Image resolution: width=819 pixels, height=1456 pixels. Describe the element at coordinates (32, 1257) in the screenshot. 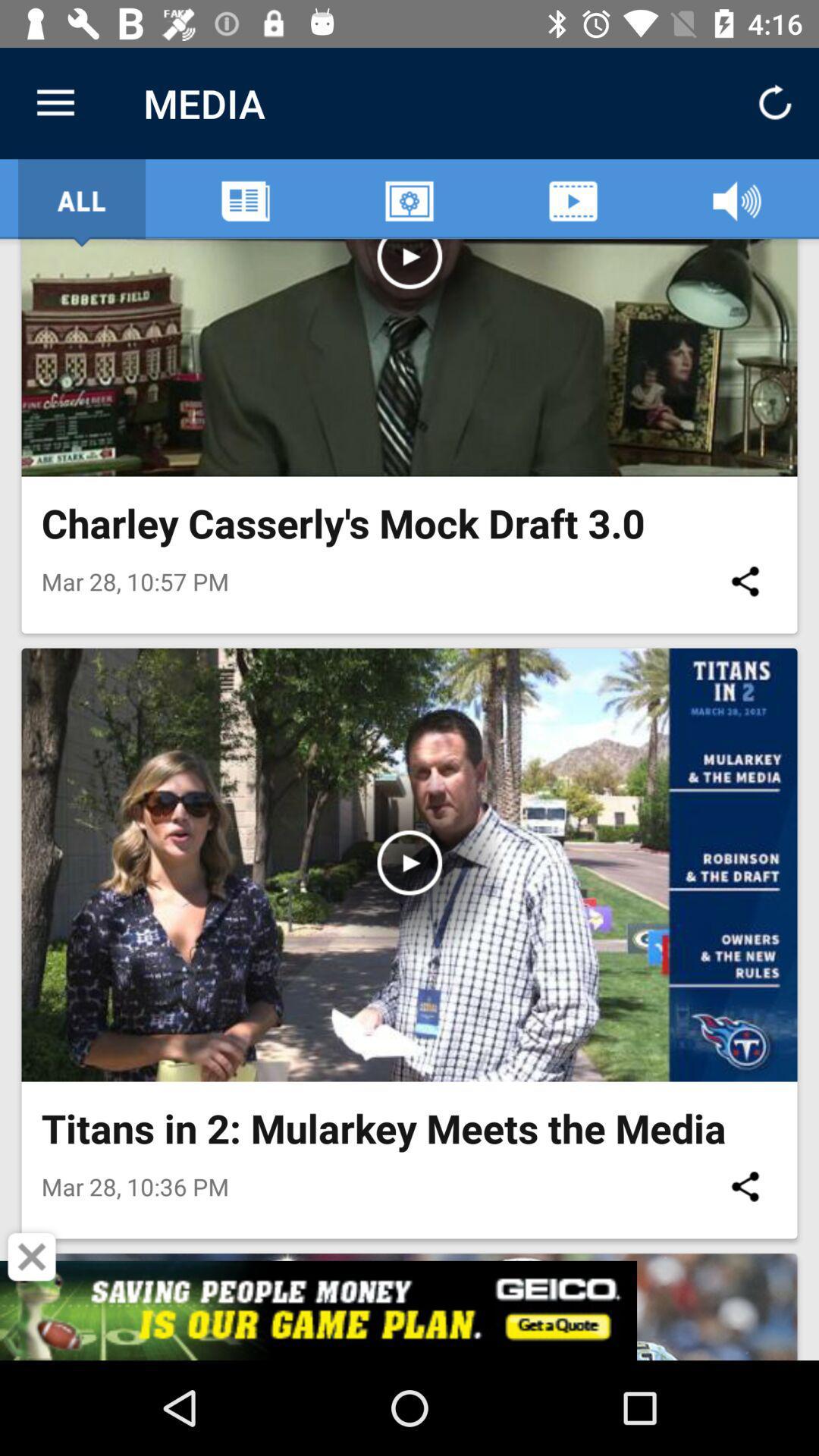

I see `item below the mar 28 10 item` at that location.